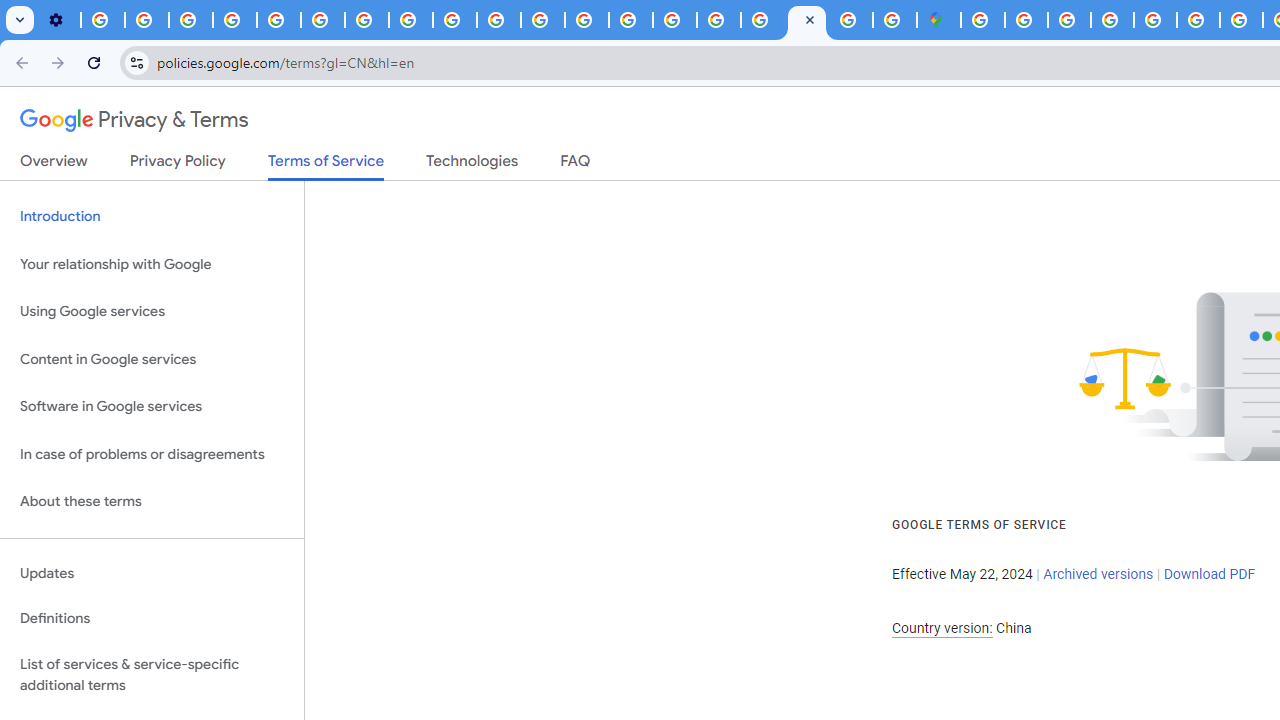 The width and height of the screenshot is (1280, 720). I want to click on 'List of services & service-specific additional terms', so click(151, 675).